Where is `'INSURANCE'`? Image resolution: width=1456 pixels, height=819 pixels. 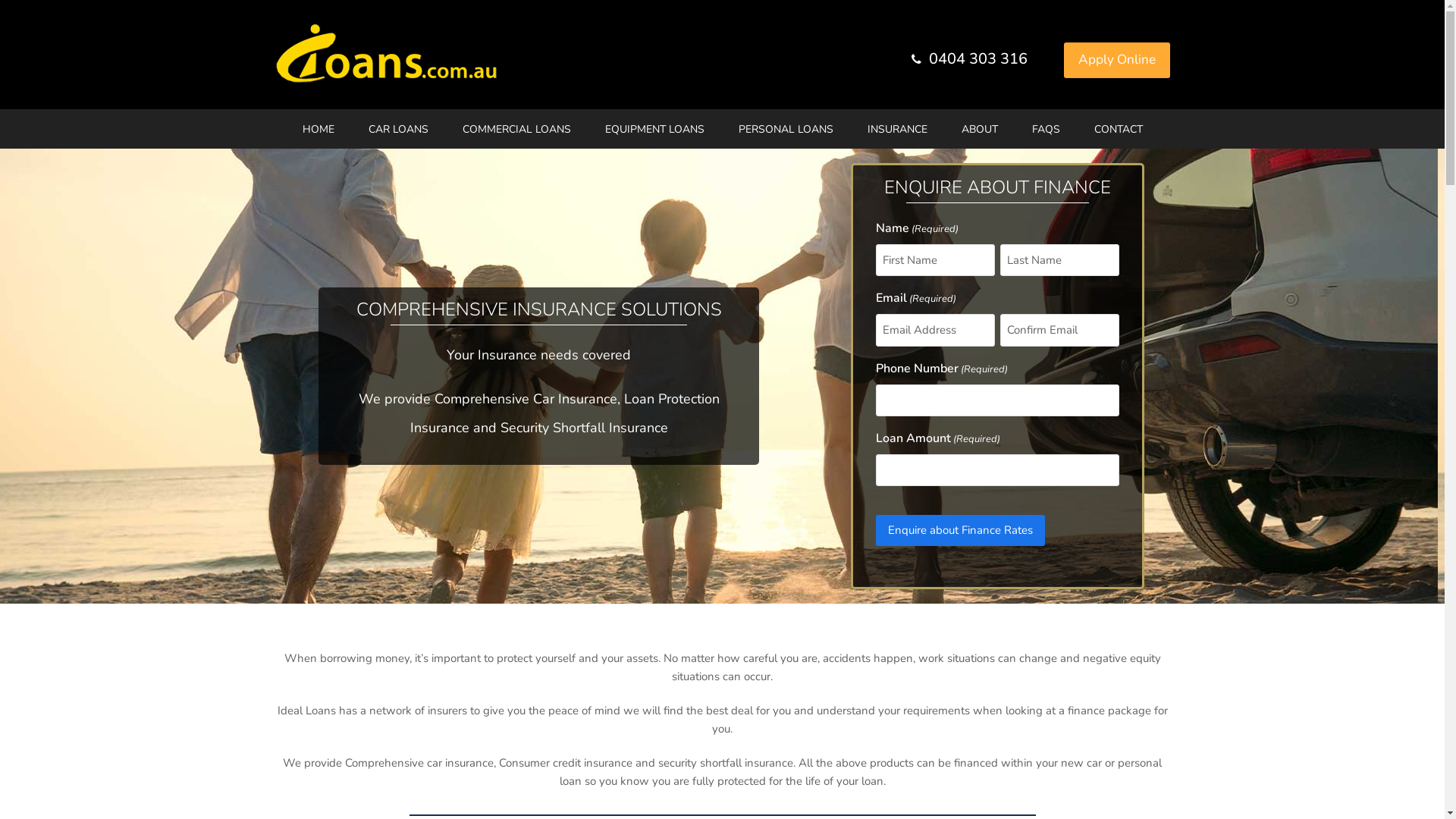 'INSURANCE' is located at coordinates (852, 127).